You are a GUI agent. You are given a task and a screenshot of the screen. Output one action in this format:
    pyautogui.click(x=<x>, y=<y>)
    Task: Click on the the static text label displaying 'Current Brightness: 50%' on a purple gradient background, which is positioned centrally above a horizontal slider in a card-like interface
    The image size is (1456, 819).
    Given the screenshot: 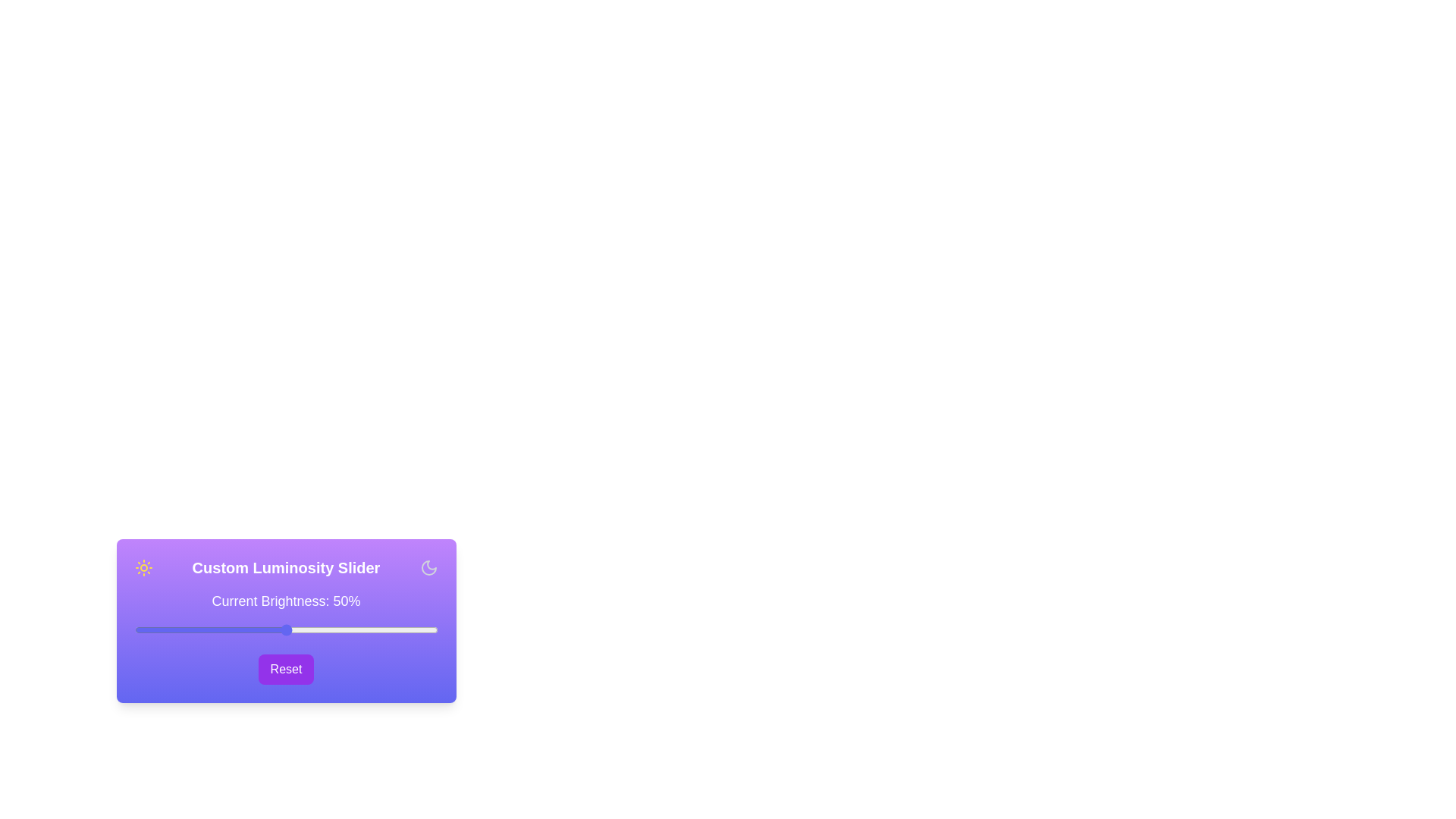 What is the action you would take?
    pyautogui.click(x=286, y=601)
    